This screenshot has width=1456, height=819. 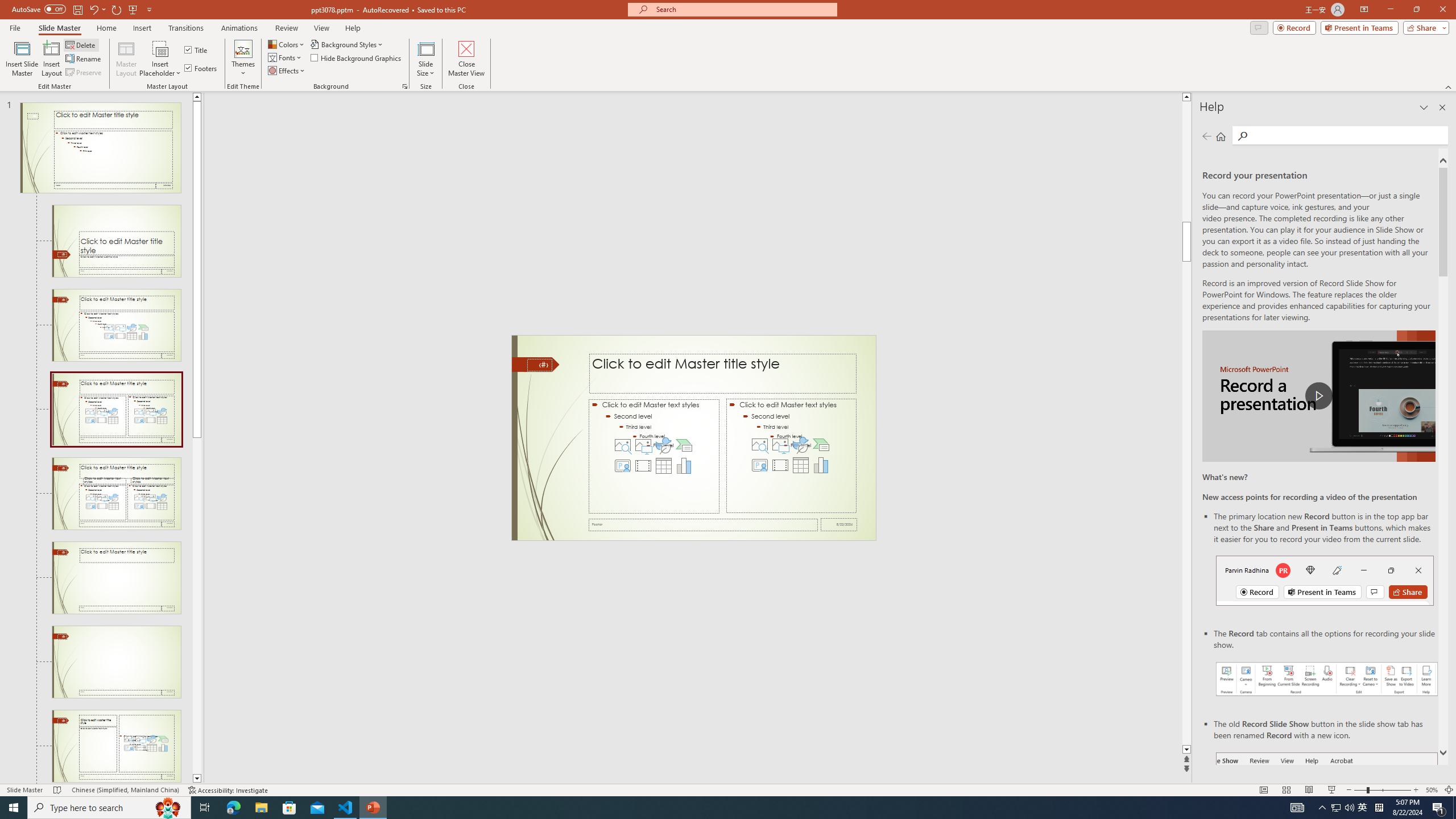 I want to click on 'Insert Table', so click(x=800, y=464).